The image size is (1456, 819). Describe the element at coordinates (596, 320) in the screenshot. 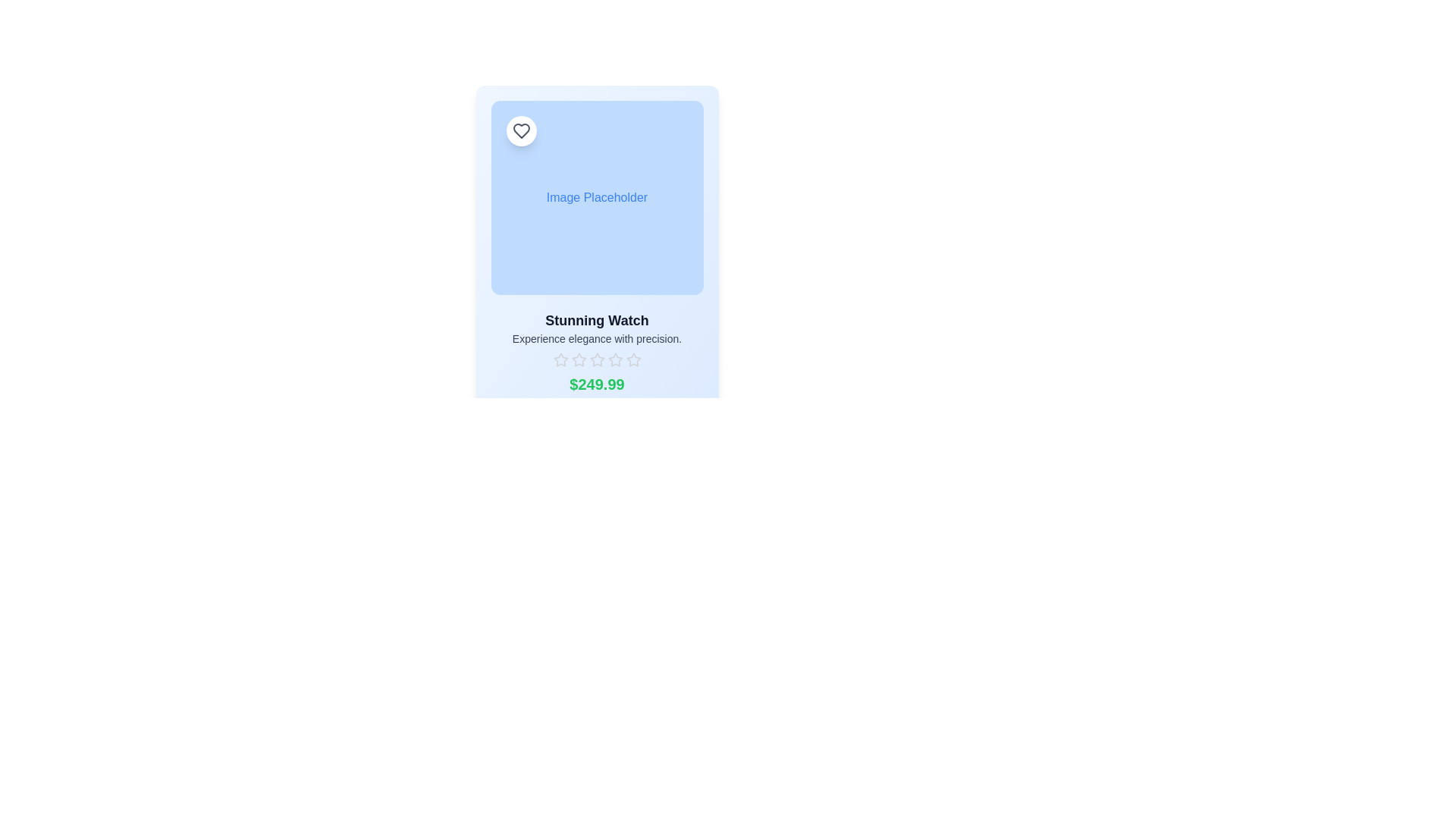

I see `title text 'Stunning Watch' which is centrally positioned above the description text within the product's card layout` at that location.